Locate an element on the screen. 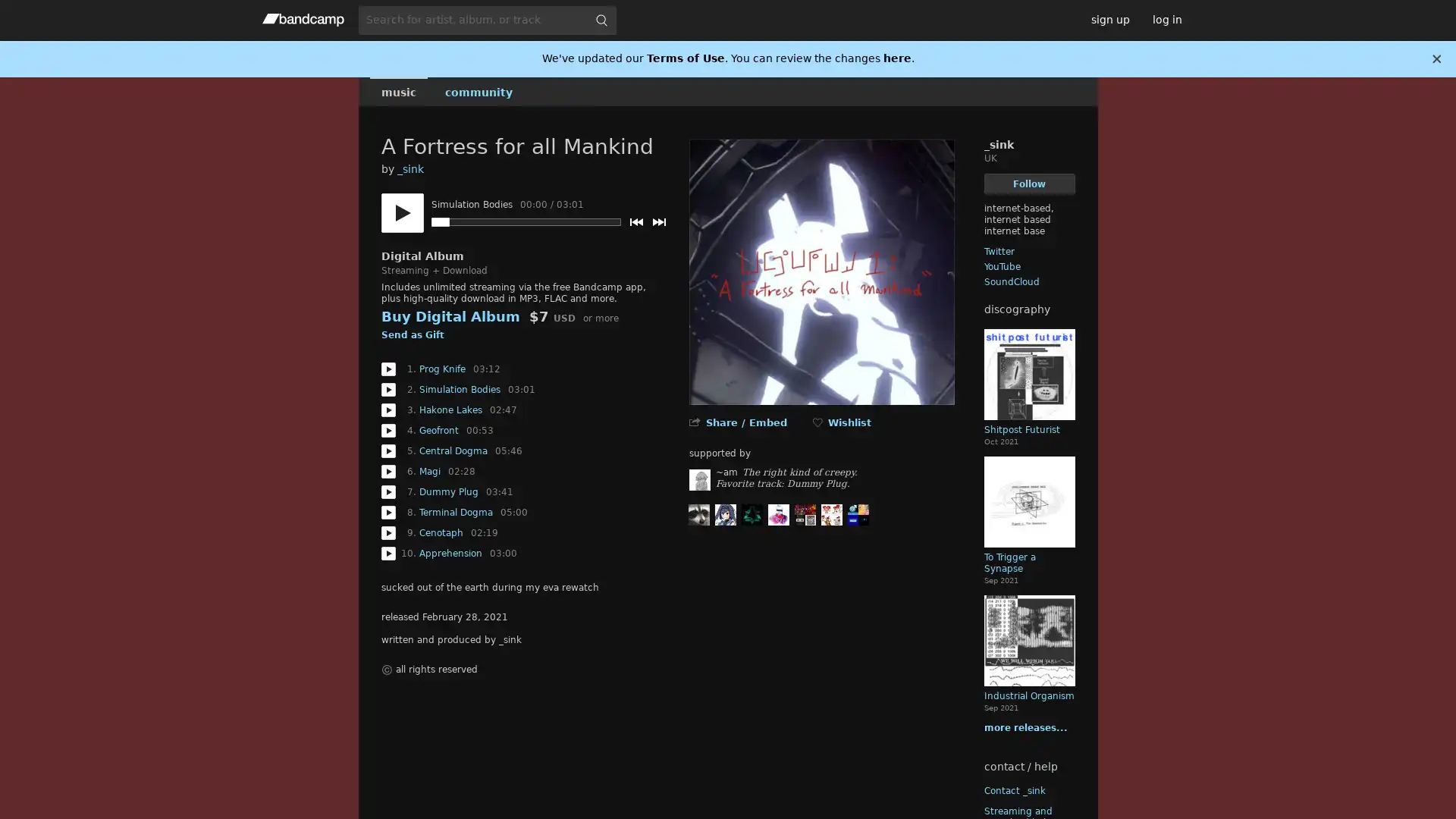 The image size is (1456, 819). Play Magi is located at coordinates (388, 470).